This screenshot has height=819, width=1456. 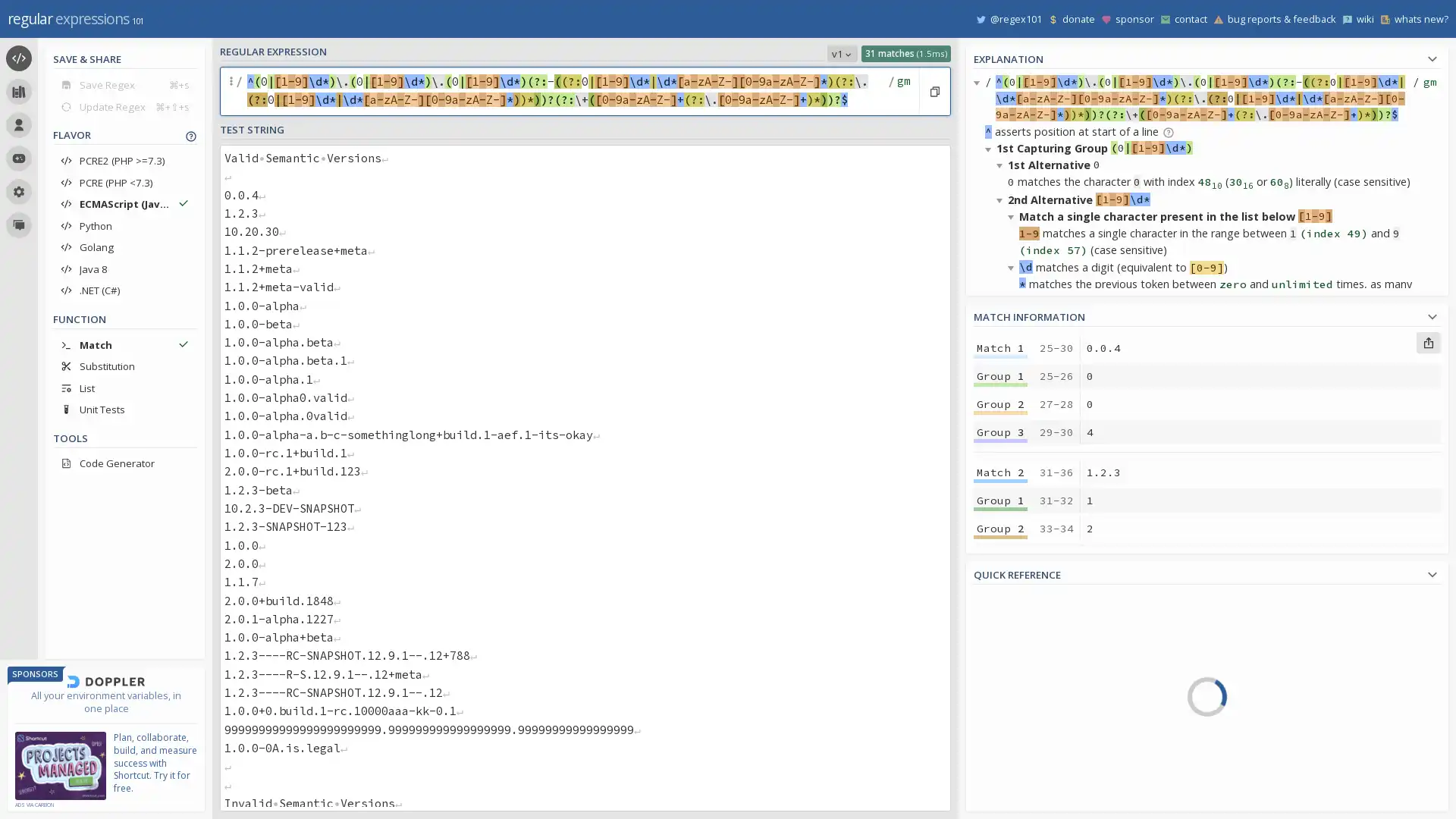 I want to click on Change delimiter, so click(x=232, y=91).